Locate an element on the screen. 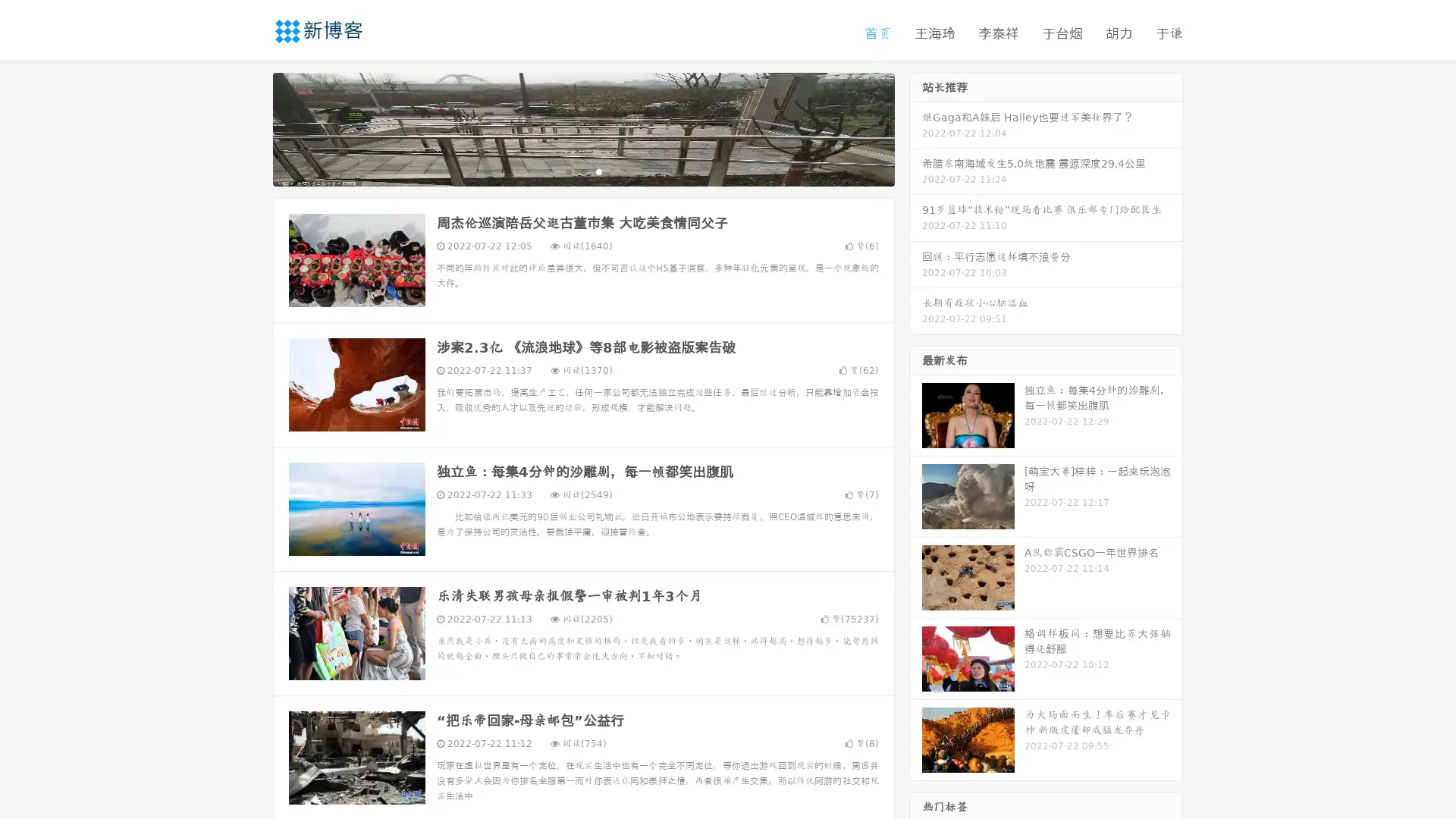 This screenshot has height=819, width=1456. Previous slide is located at coordinates (250, 127).